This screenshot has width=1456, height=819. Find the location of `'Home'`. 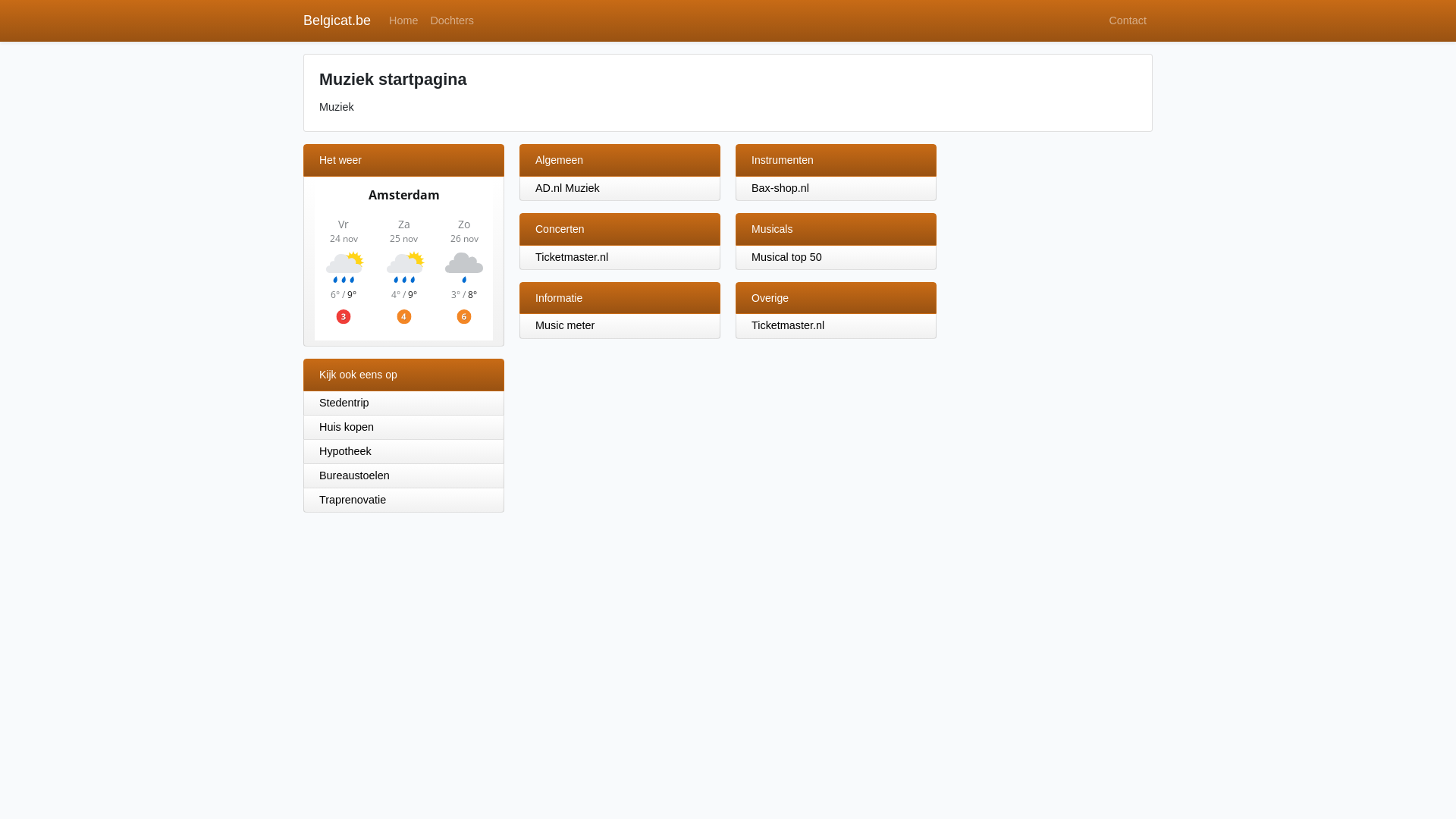

'Home' is located at coordinates (403, 20).